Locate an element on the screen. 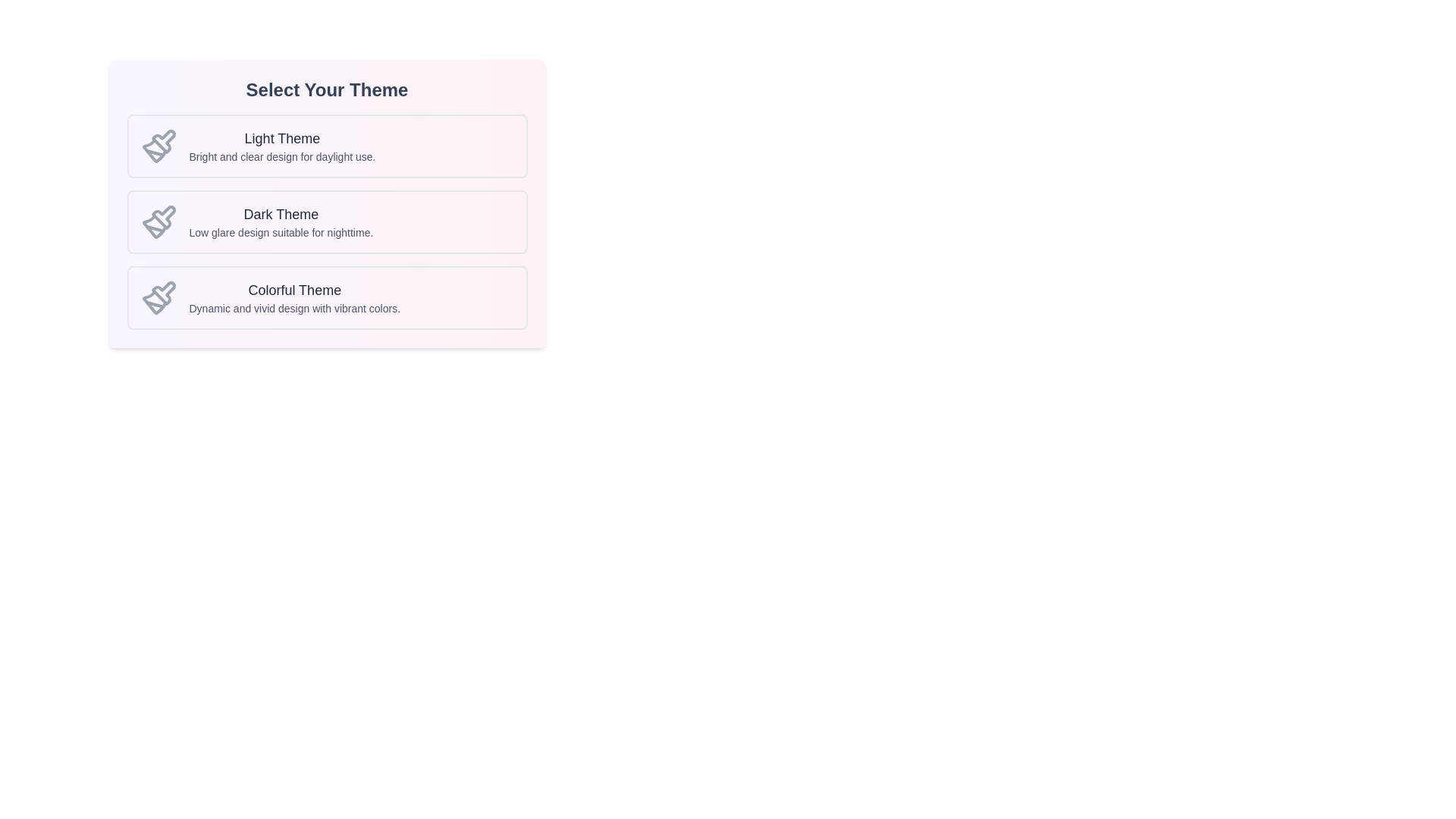 The width and height of the screenshot is (1456, 819). the 'Dark Theme' icon, which is visually represented to the left of the text 'Dark Theme' and is centrally placed in the second box of three vertically arranged options is located at coordinates (158, 222).